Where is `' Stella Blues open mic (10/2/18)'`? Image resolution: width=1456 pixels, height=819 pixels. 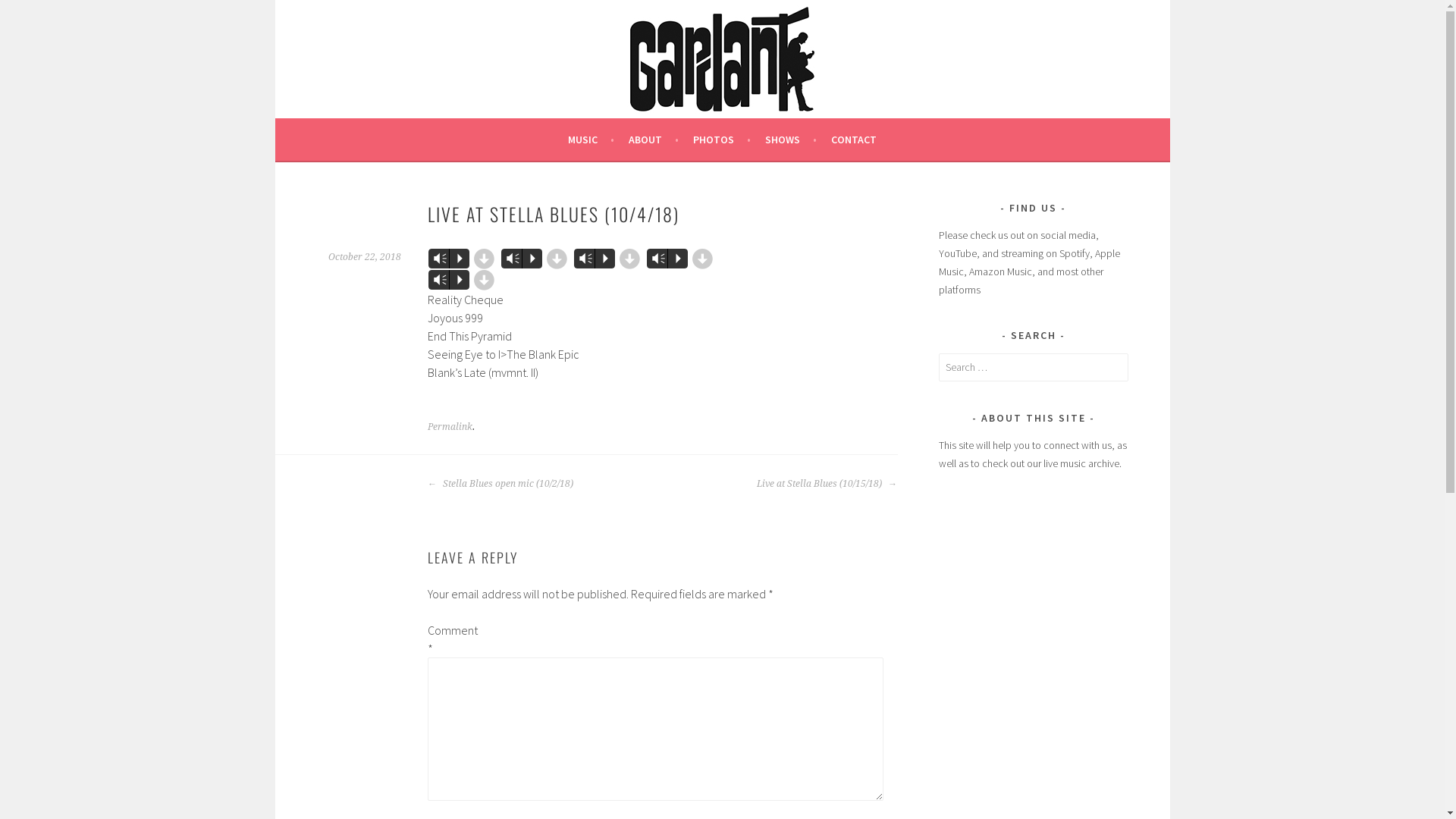 ' Stella Blues open mic (10/2/18)' is located at coordinates (427, 483).